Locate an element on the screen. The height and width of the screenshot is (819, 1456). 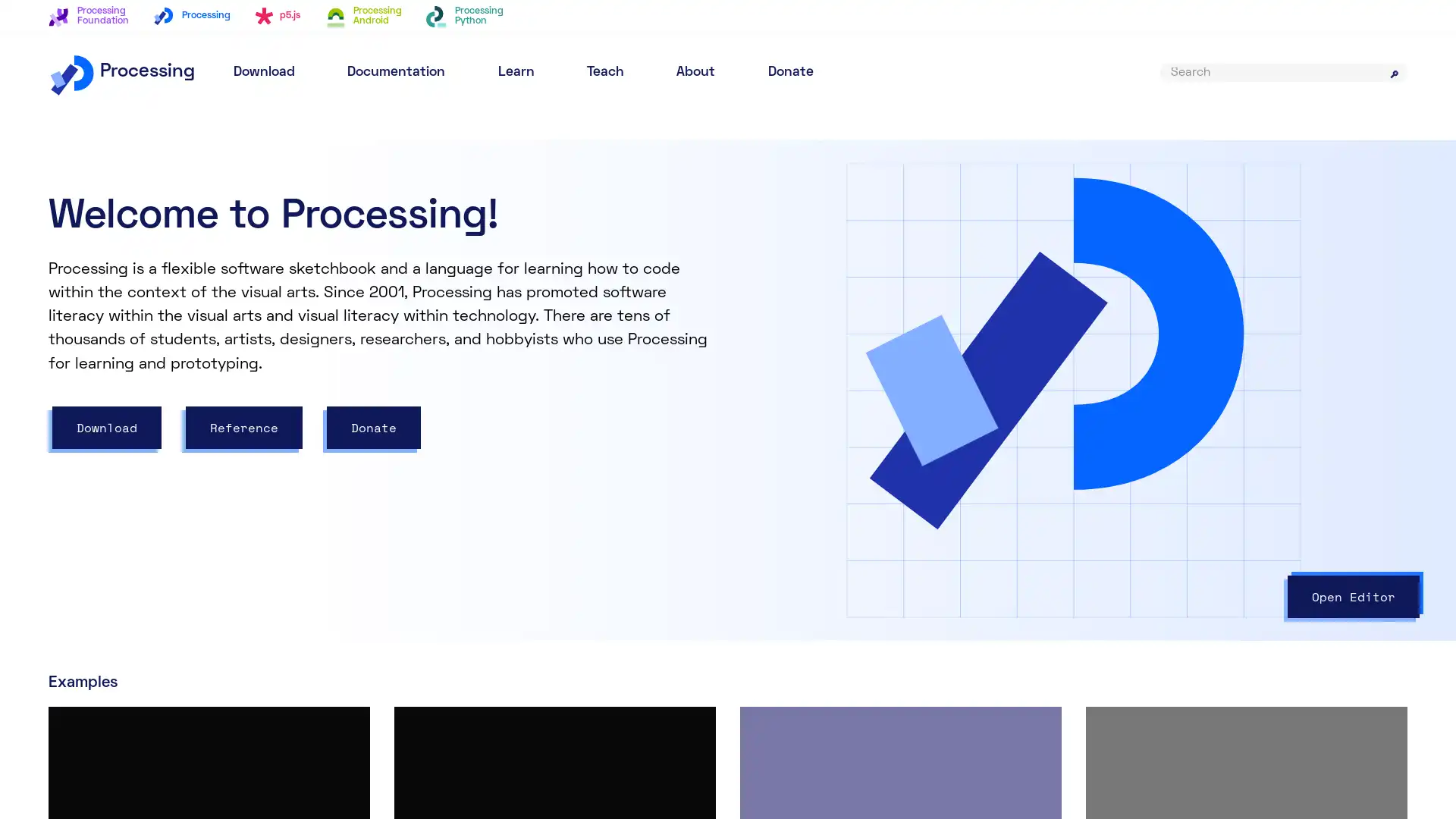
About is located at coordinates (695, 71).